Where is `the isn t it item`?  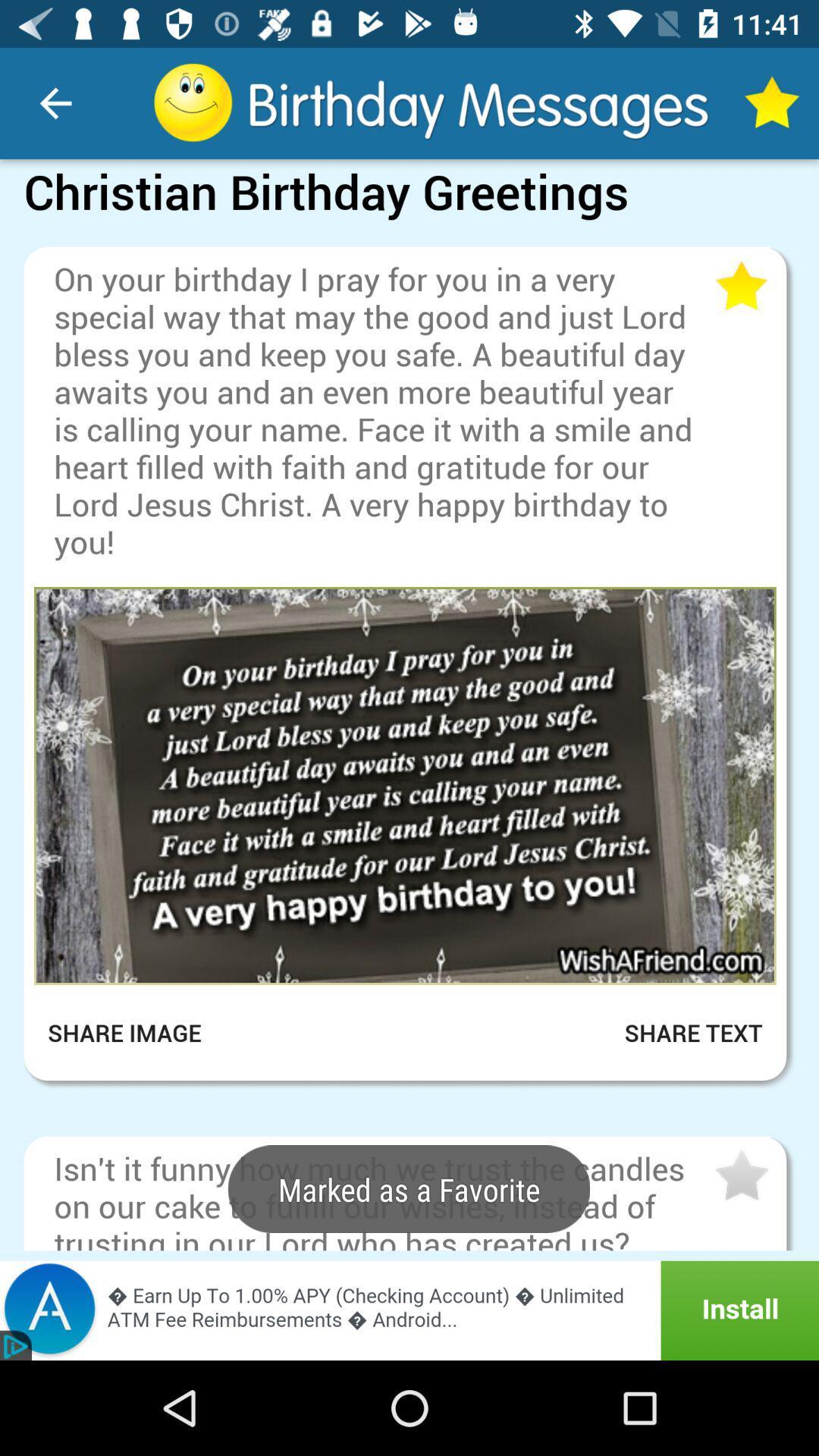 the isn t it item is located at coordinates (381, 1197).